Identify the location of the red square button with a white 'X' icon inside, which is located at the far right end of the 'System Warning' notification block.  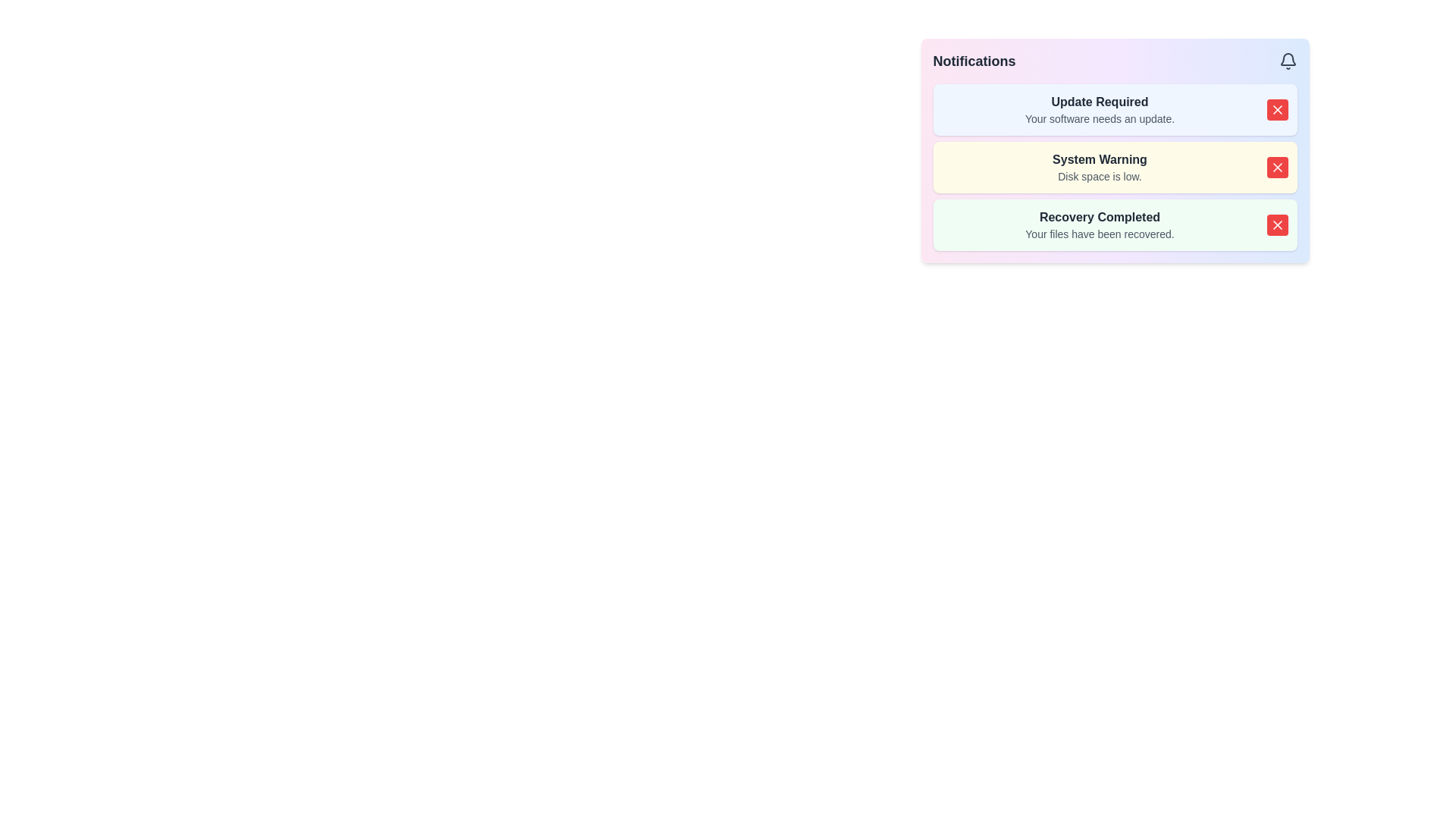
(1276, 167).